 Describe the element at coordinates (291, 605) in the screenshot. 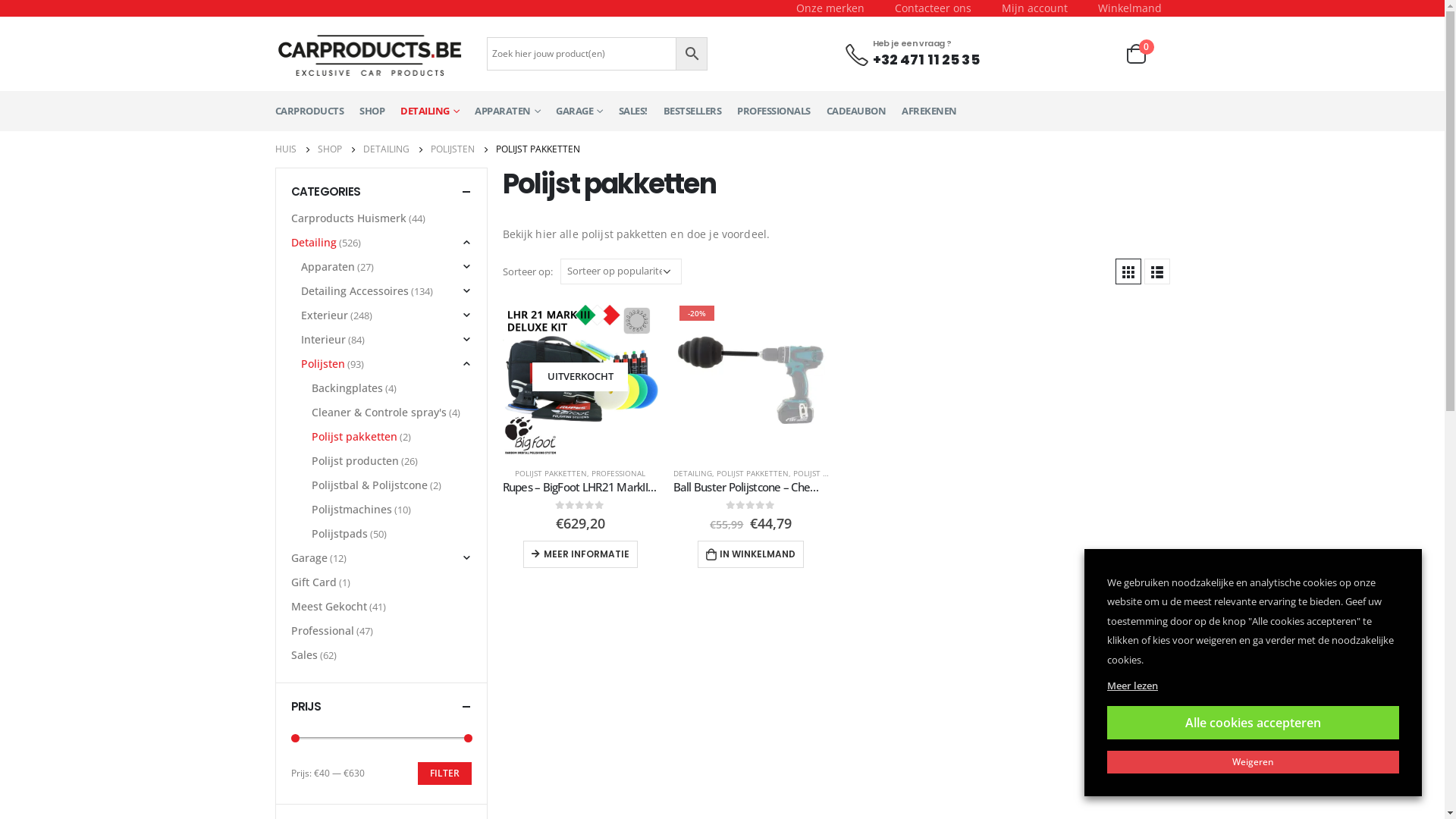

I see `'Meest Gekocht'` at that location.